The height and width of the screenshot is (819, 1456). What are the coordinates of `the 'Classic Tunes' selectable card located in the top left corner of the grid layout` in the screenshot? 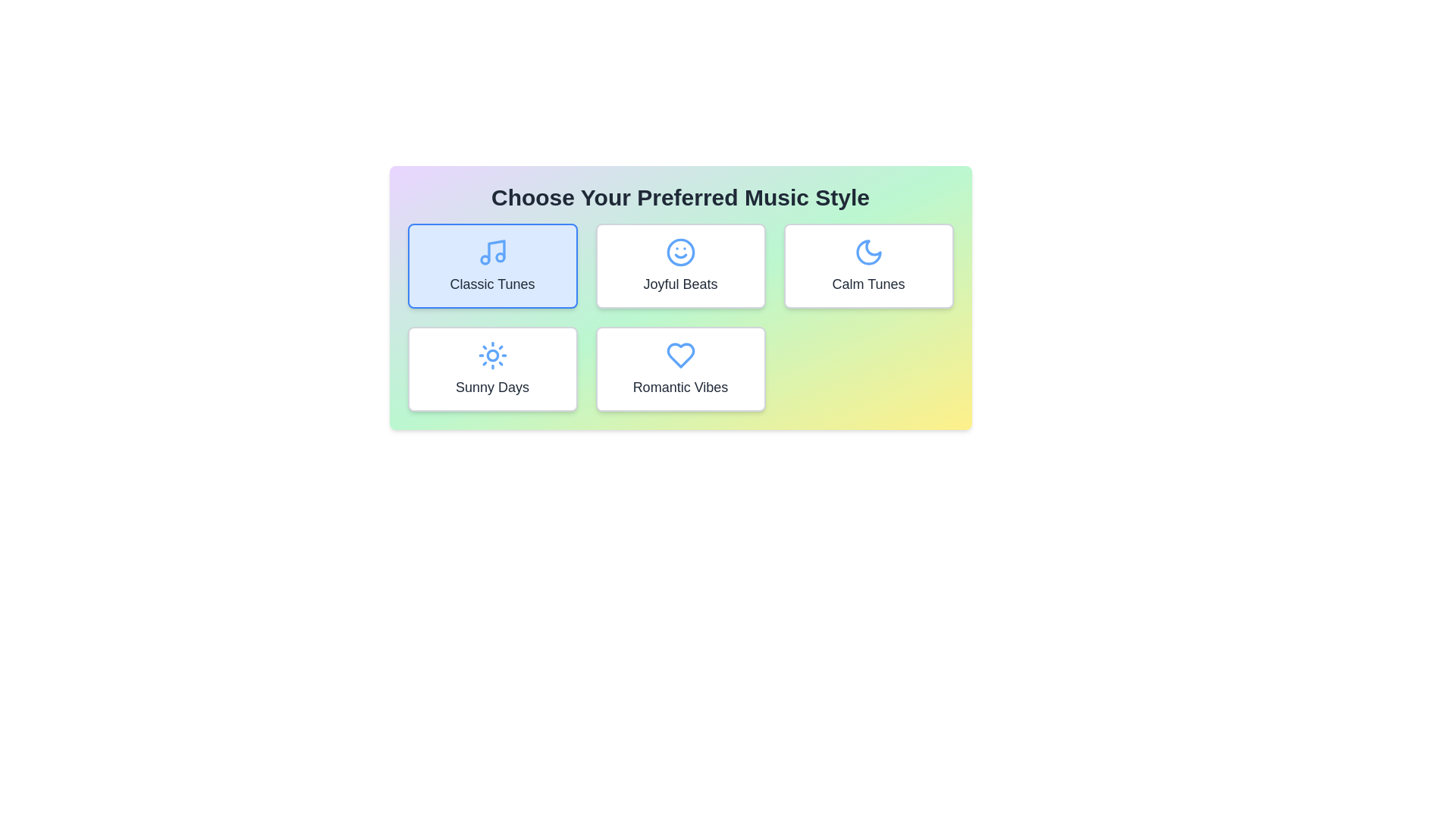 It's located at (492, 265).